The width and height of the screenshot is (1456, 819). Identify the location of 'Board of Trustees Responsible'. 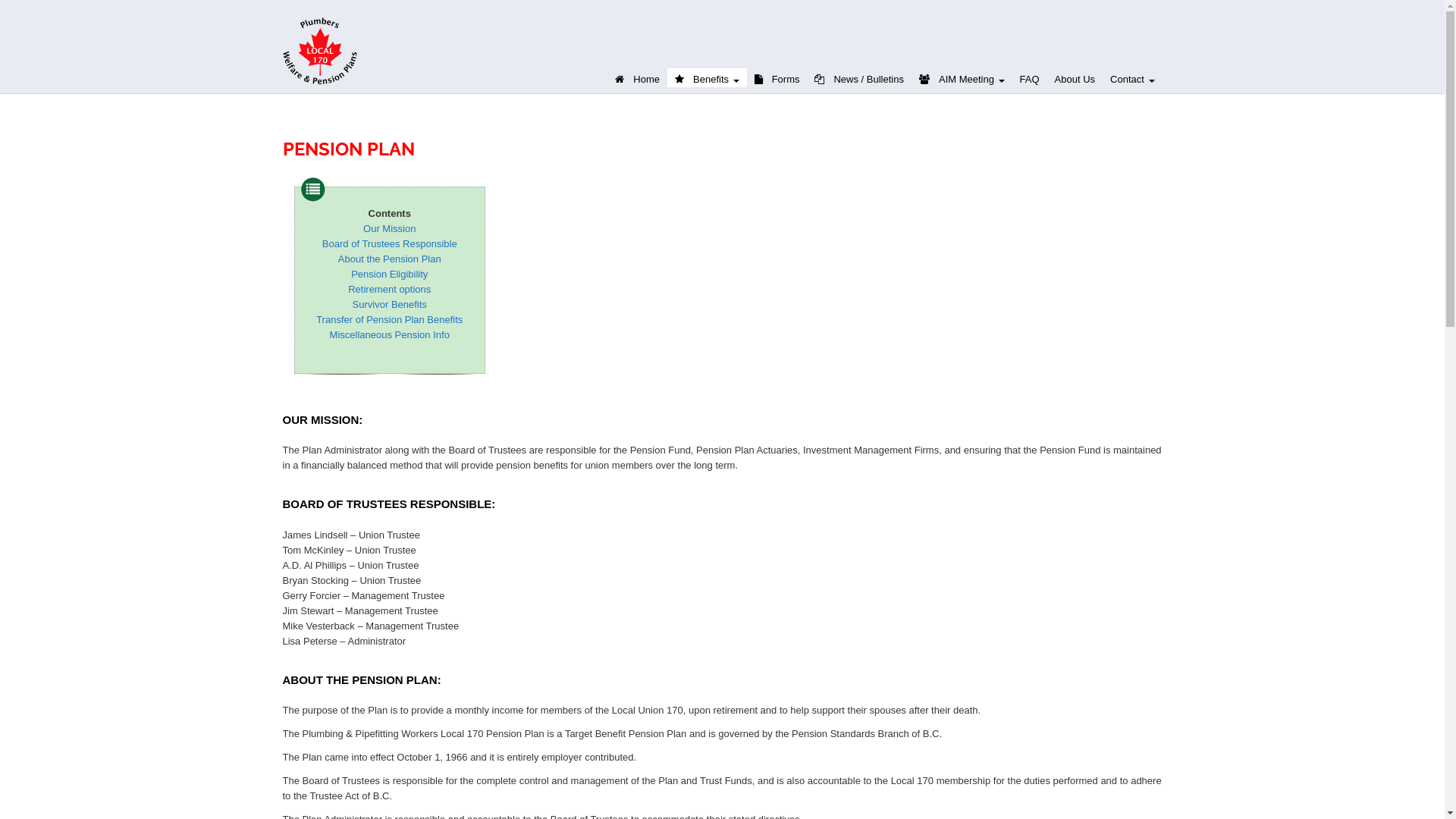
(389, 243).